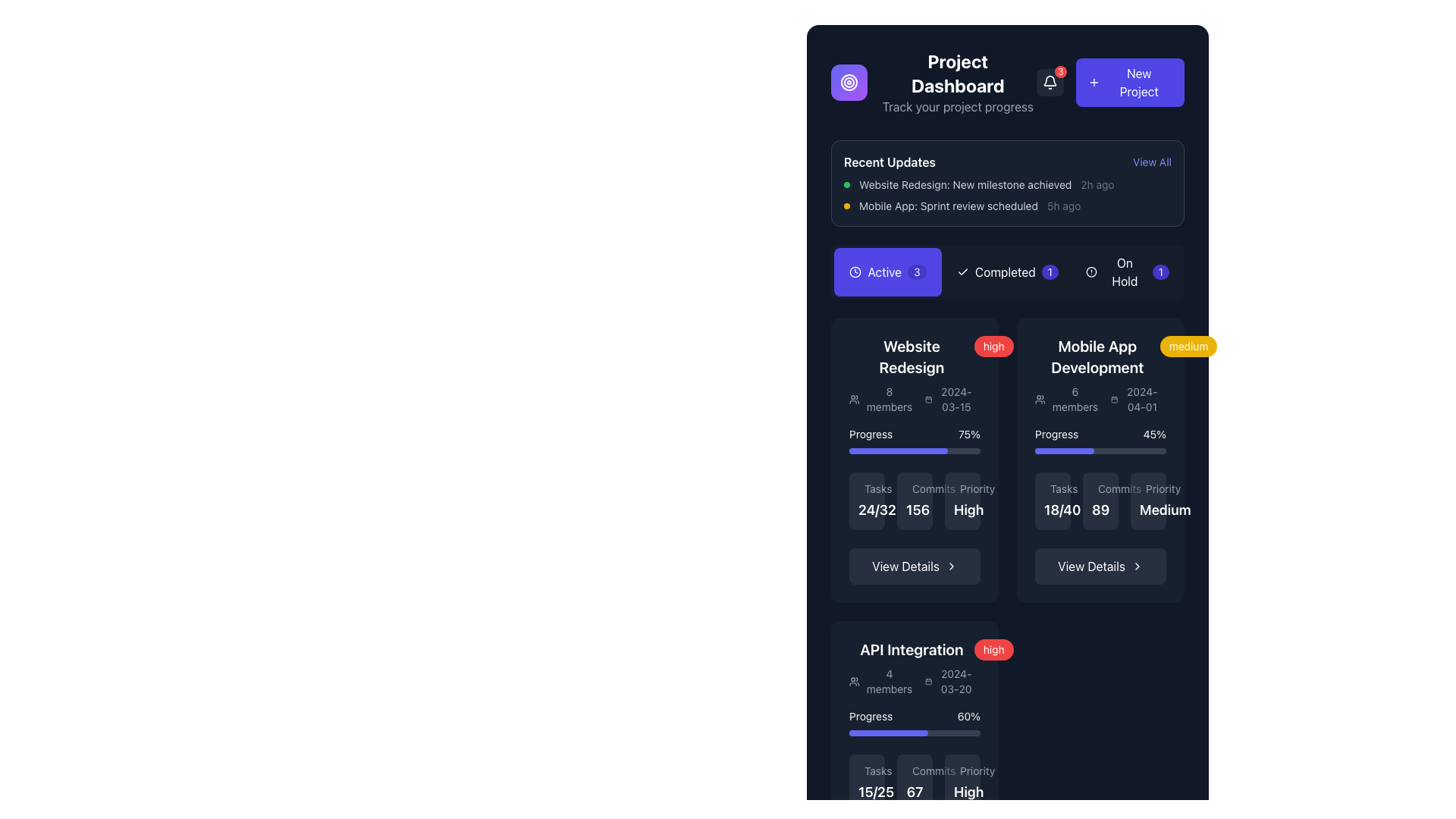 This screenshot has width=1456, height=819. What do you see at coordinates (911, 375) in the screenshot?
I see `project details from the 'Website Redesign' text and icon display component, which is prominently styled with a bold title and additional details below` at bounding box center [911, 375].